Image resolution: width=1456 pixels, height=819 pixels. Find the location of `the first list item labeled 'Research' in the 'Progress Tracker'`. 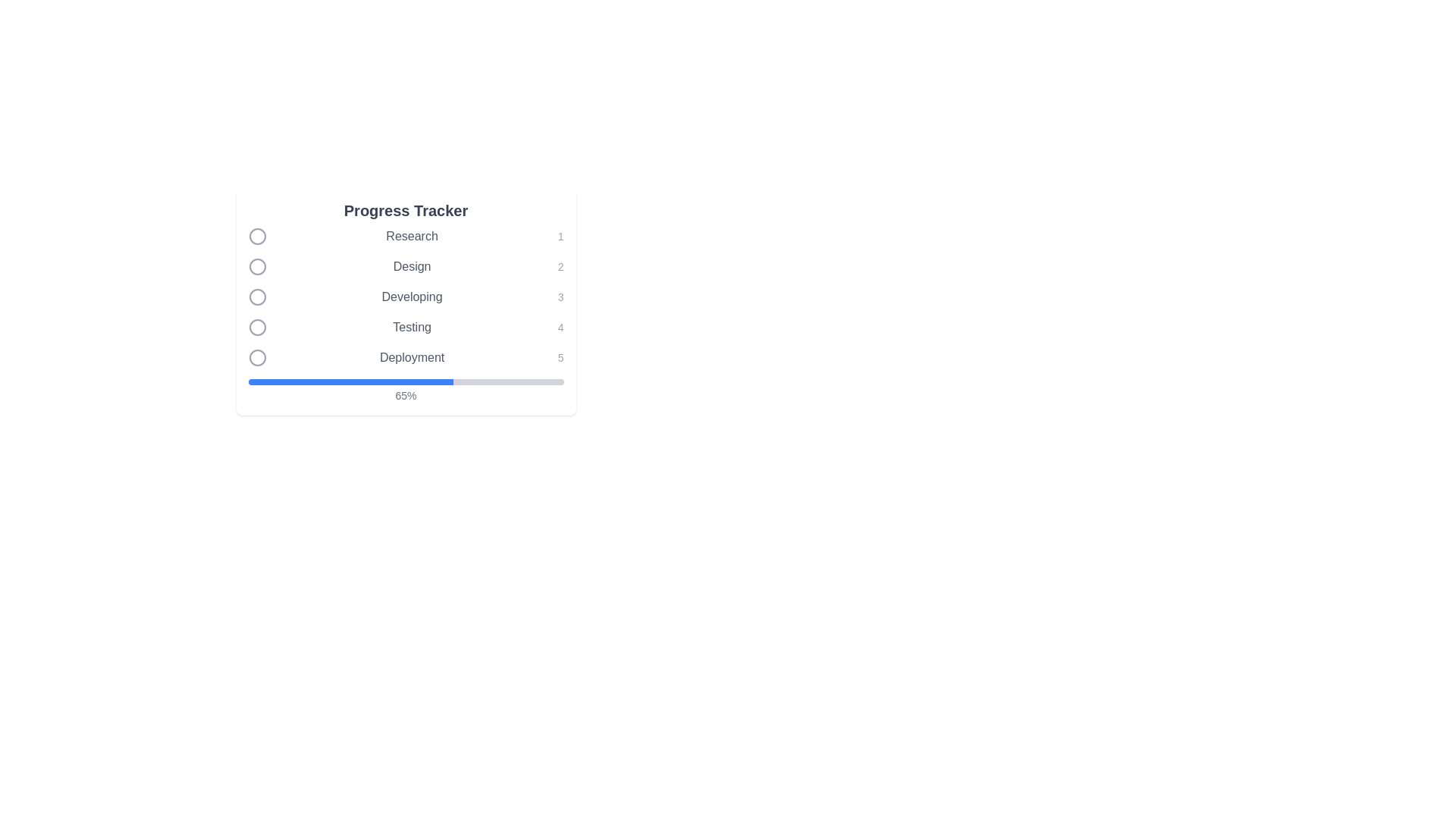

the first list item labeled 'Research' in the 'Progress Tracker' is located at coordinates (406, 237).